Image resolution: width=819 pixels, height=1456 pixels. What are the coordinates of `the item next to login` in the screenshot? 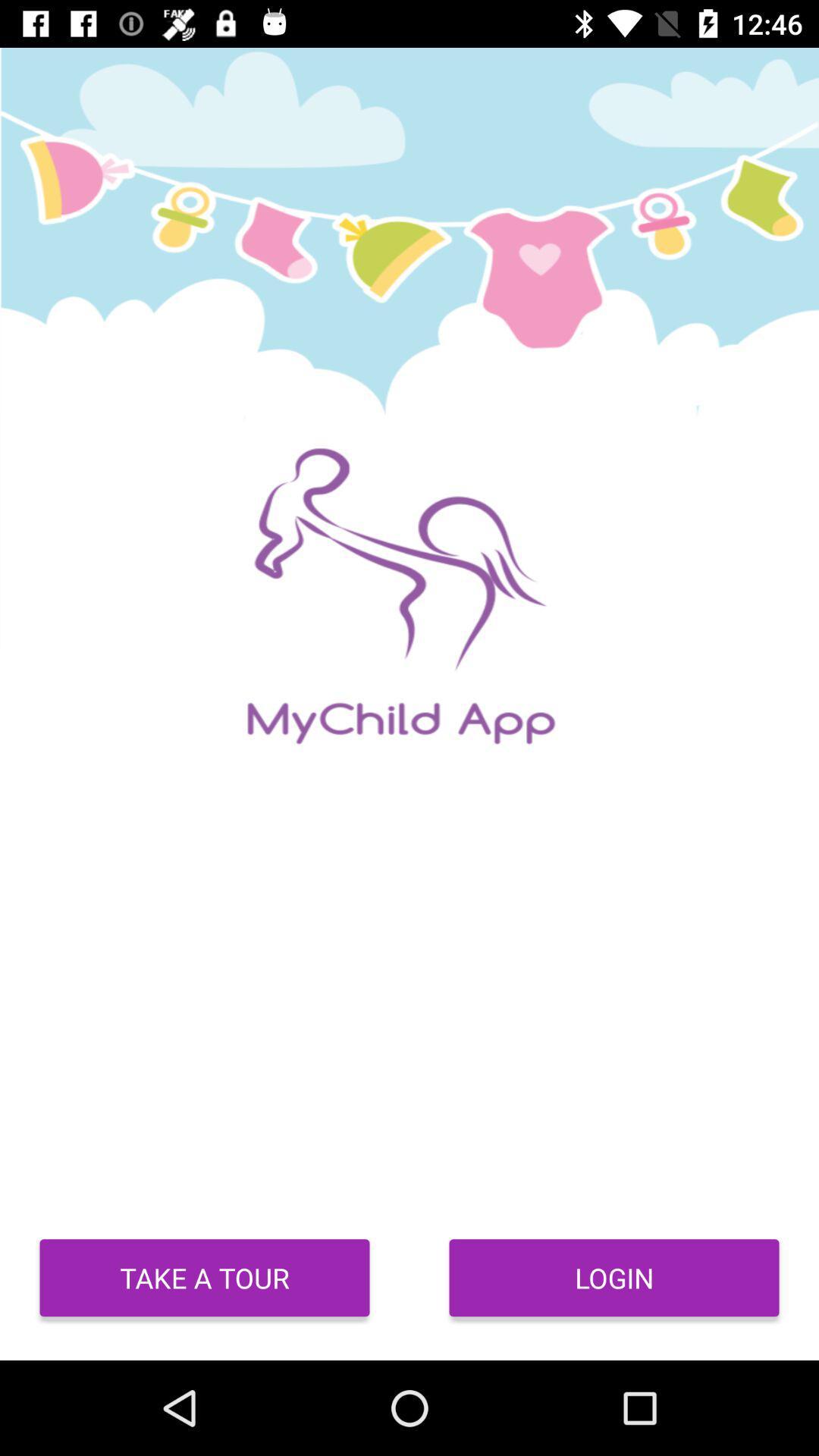 It's located at (205, 1277).